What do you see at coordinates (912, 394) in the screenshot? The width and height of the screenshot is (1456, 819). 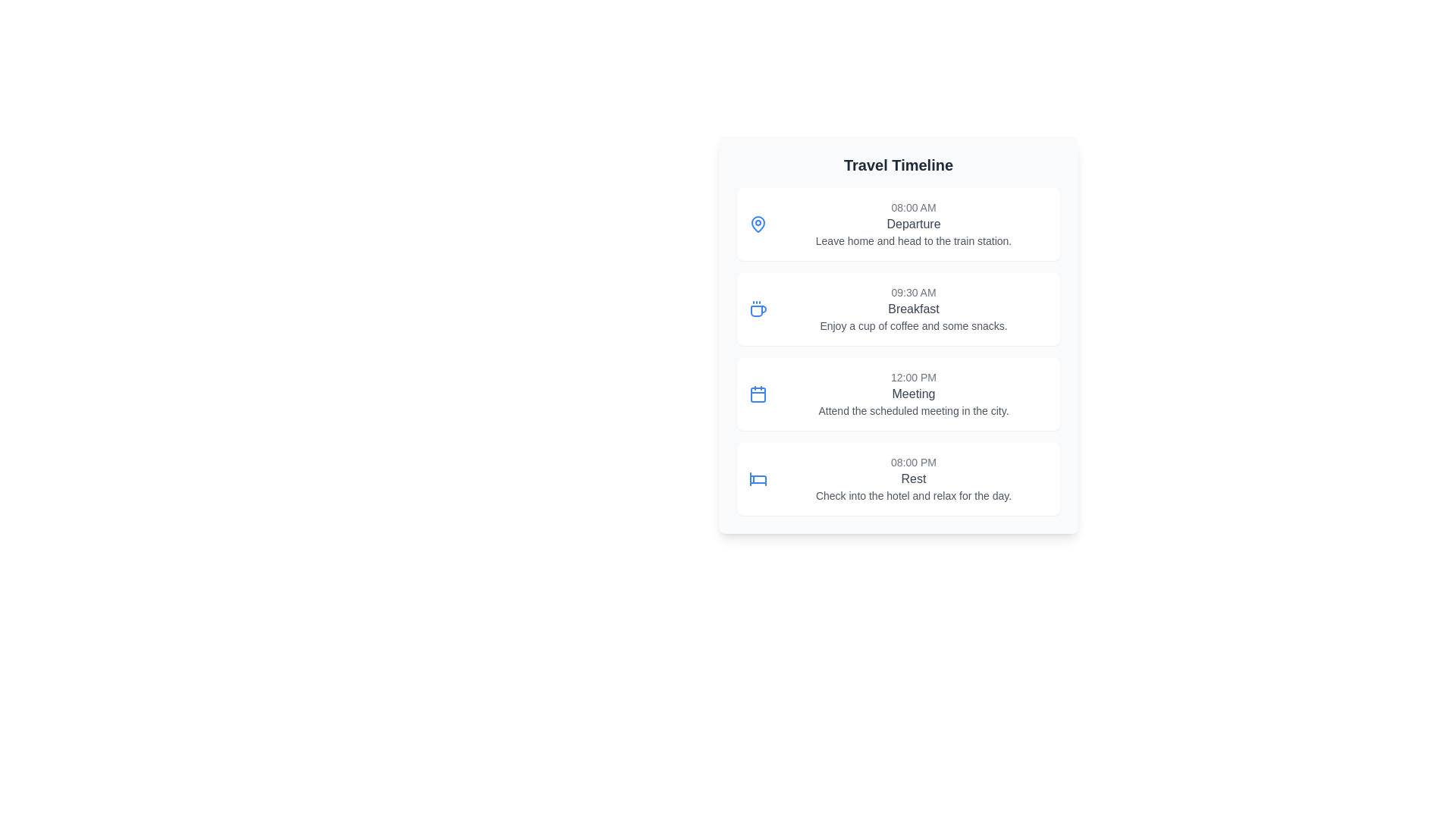 I see `description of the meeting scheduled at 12:00 PM, which provides details about the event titled 'Meeting' and the description 'Attend the scheduled meeting in the city.' This element is the third item in the 'Travel Timeline' section, located between 'Breakfast' and 'Rest'` at bounding box center [912, 394].